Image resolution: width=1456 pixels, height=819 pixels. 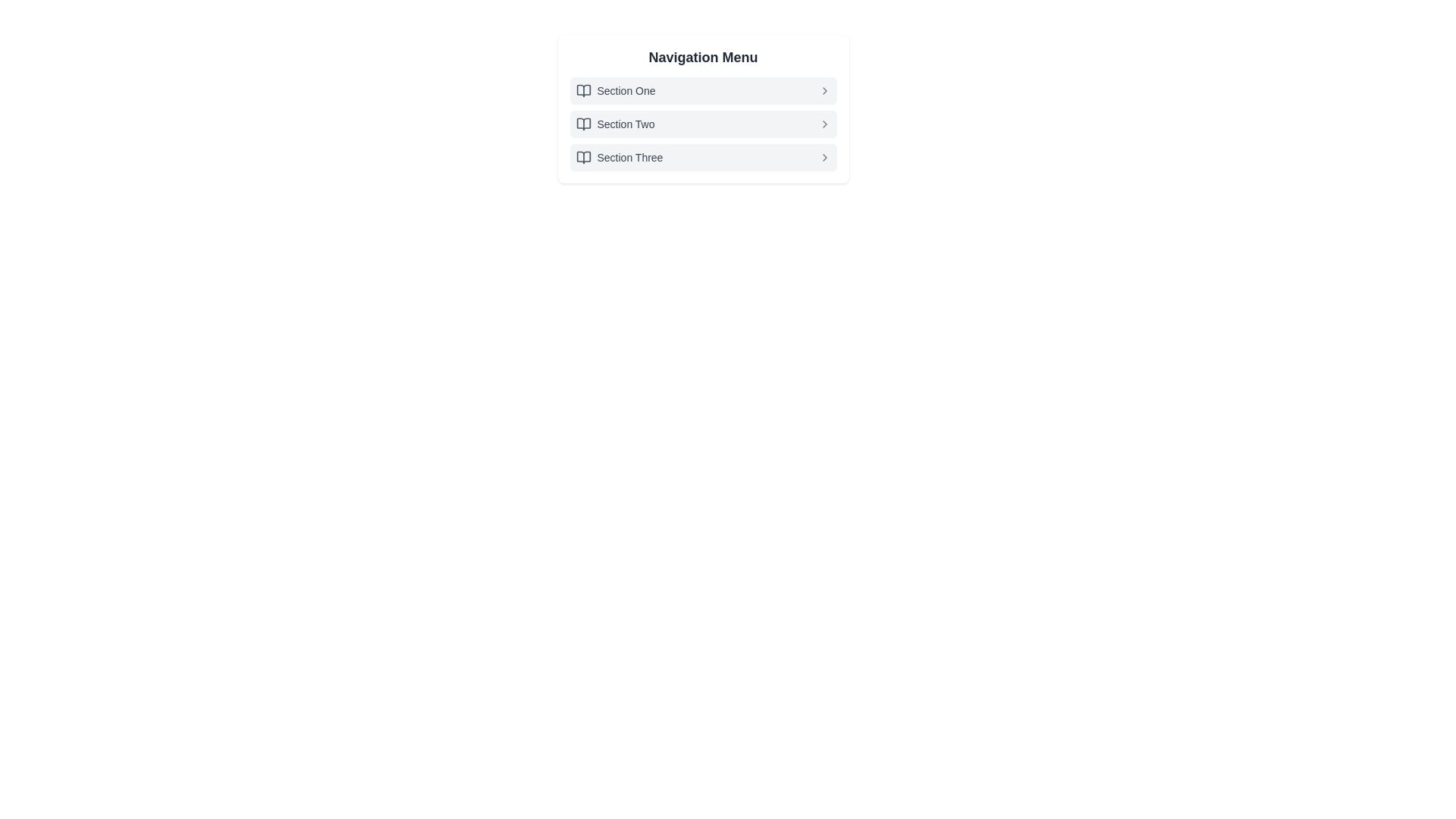 I want to click on the small square icon resembling an open book located on the left side of the text label 'Section One' in the navigation menu, so click(x=582, y=90).